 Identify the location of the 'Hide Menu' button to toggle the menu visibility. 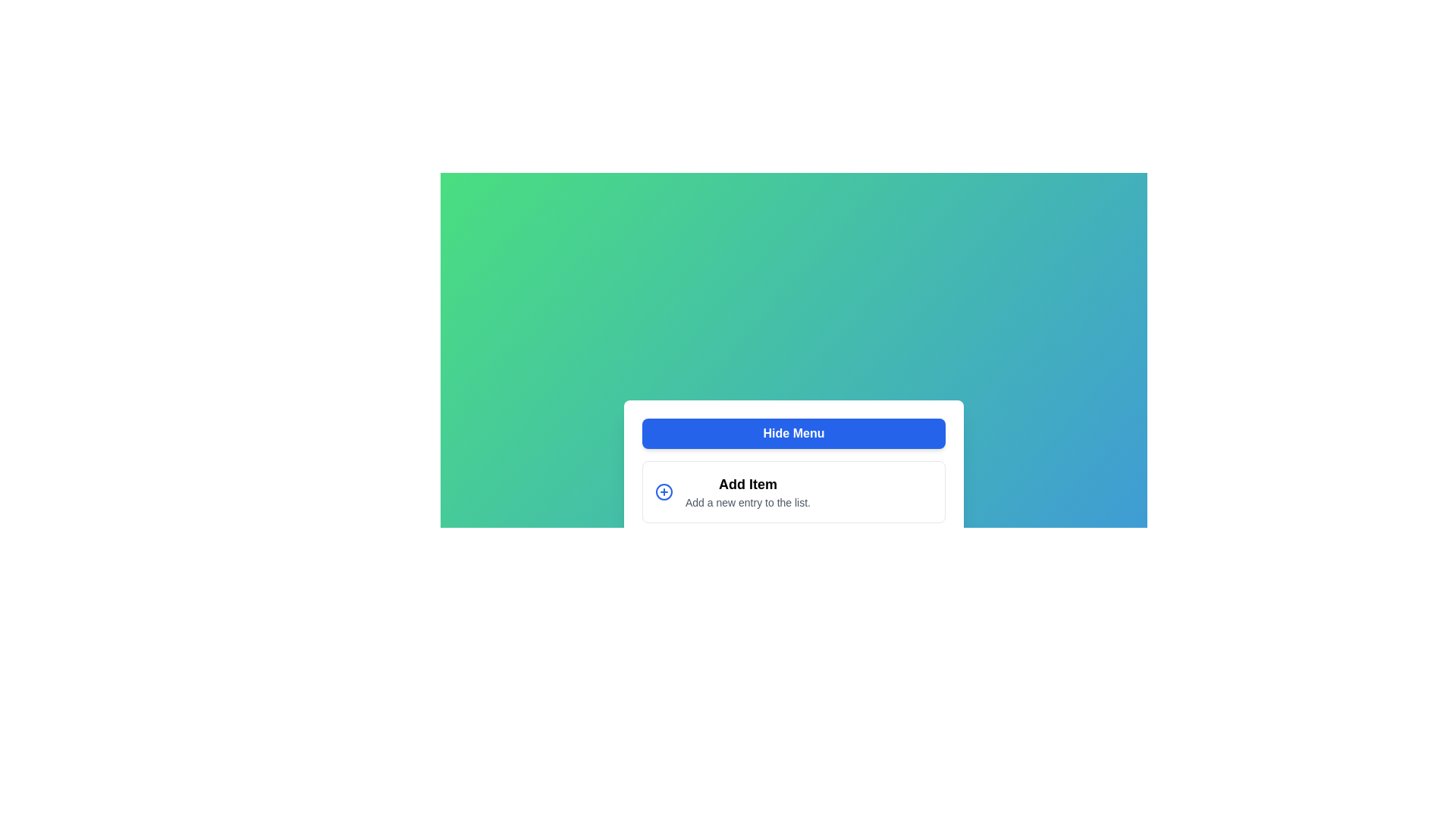
(792, 433).